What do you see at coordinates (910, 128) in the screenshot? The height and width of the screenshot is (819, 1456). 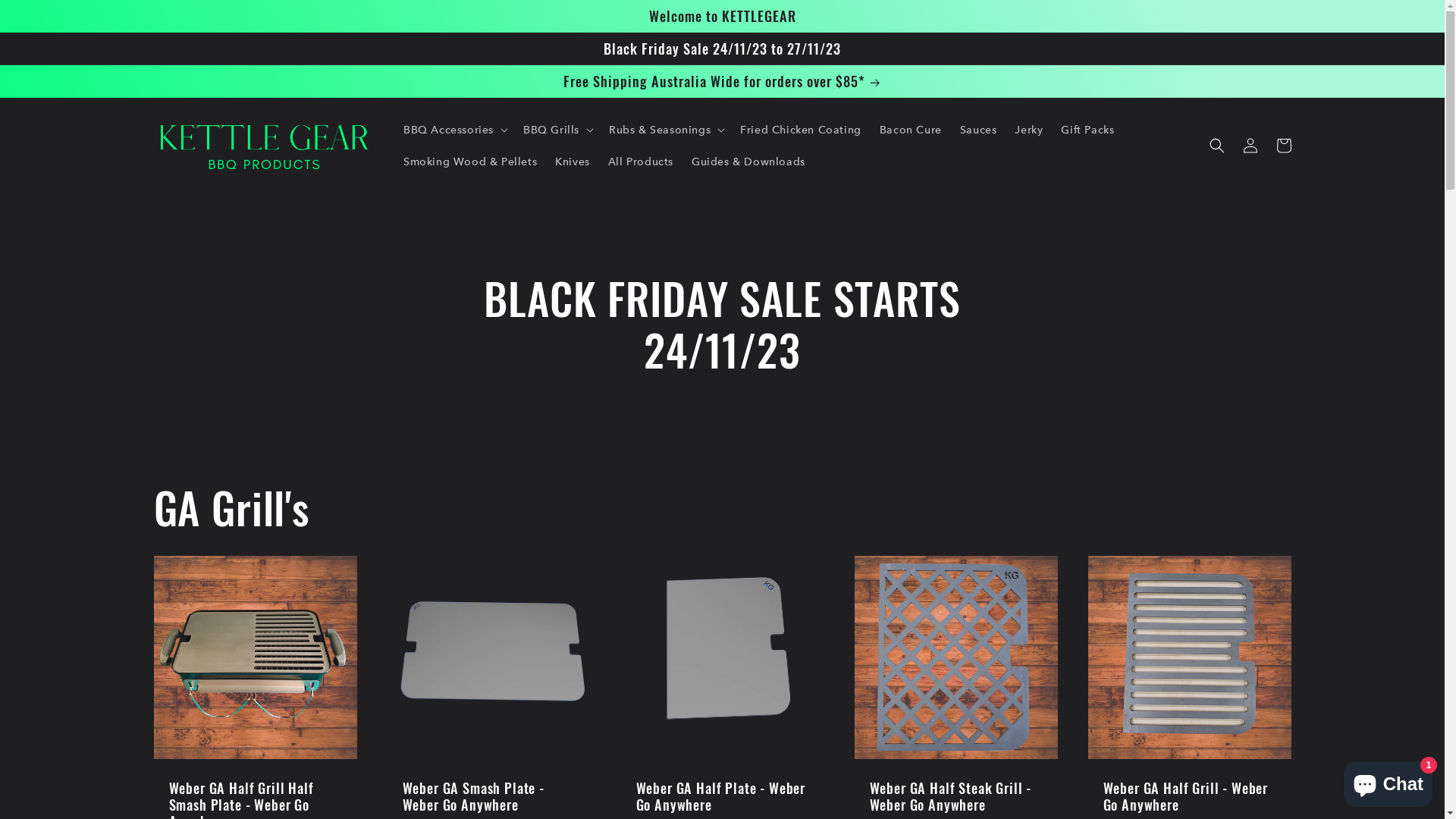 I see `'Bacon Cure'` at bounding box center [910, 128].